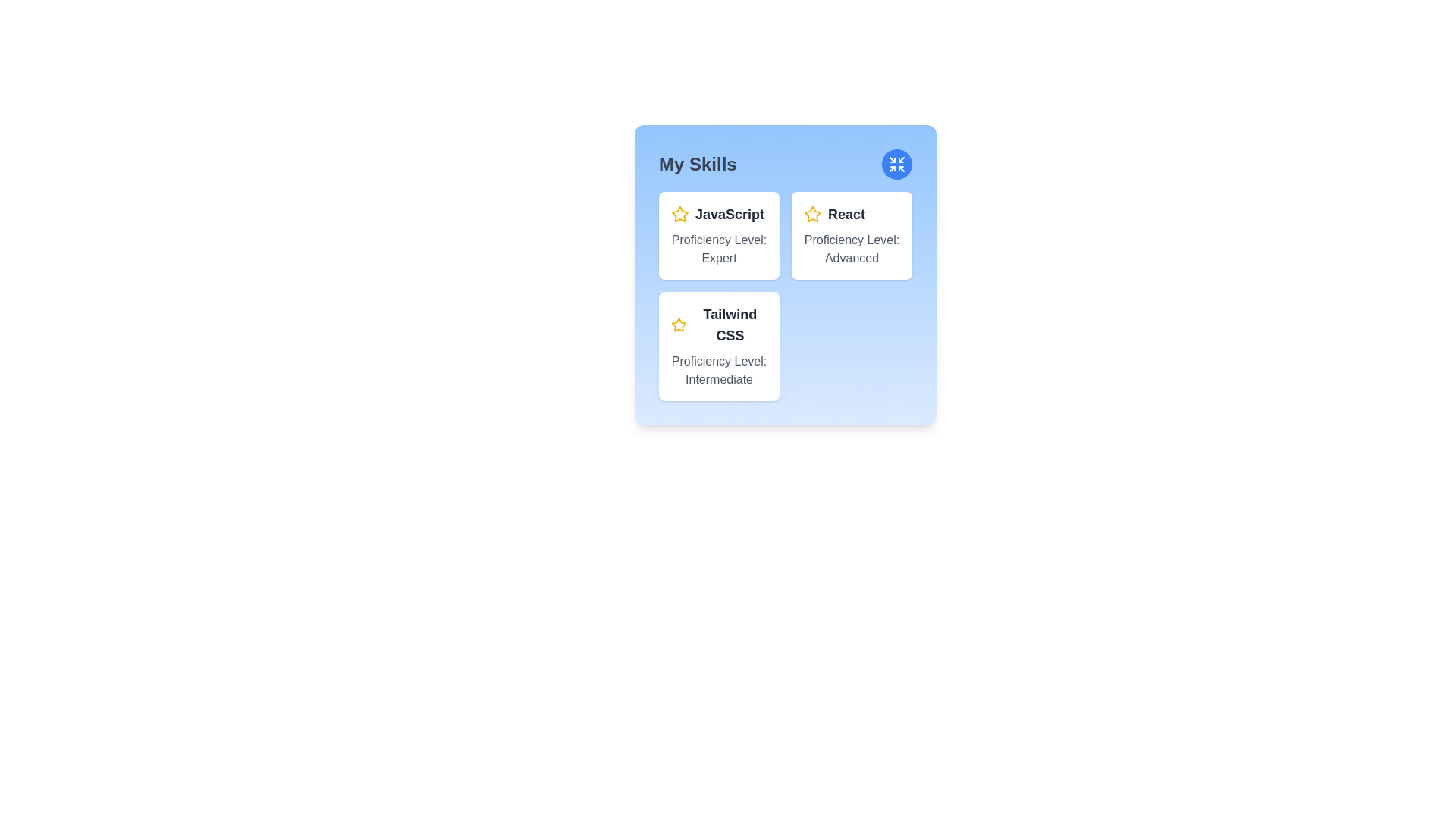  What do you see at coordinates (852, 236) in the screenshot?
I see `the Information card displaying the skill name 'React' with proficiency level 'Advanced', located in the second column under 'My Skills'` at bounding box center [852, 236].